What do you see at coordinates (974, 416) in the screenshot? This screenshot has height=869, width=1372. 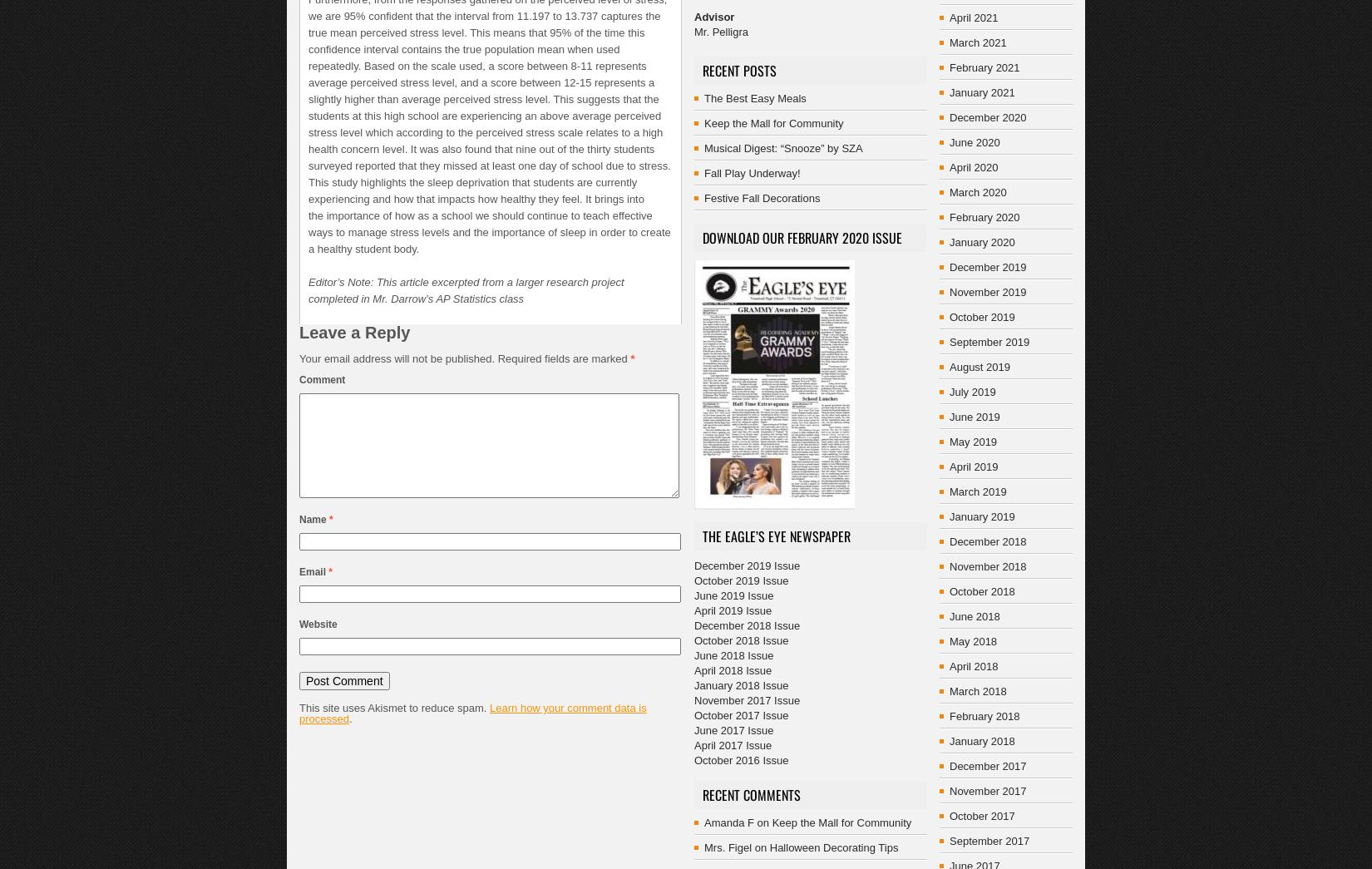 I see `'June 2019'` at bounding box center [974, 416].